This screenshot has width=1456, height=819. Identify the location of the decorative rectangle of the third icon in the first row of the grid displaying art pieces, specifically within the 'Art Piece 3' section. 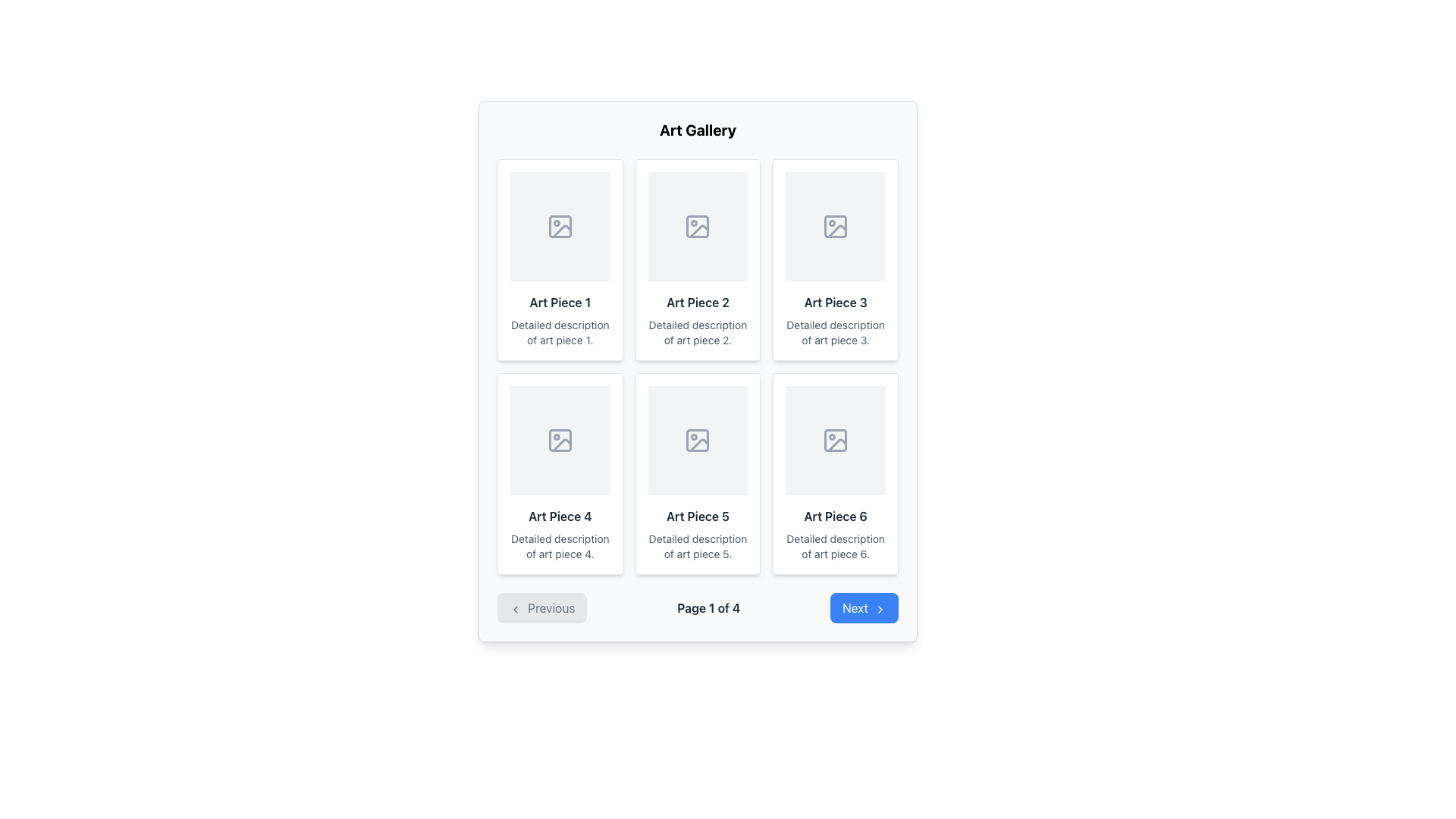
(835, 227).